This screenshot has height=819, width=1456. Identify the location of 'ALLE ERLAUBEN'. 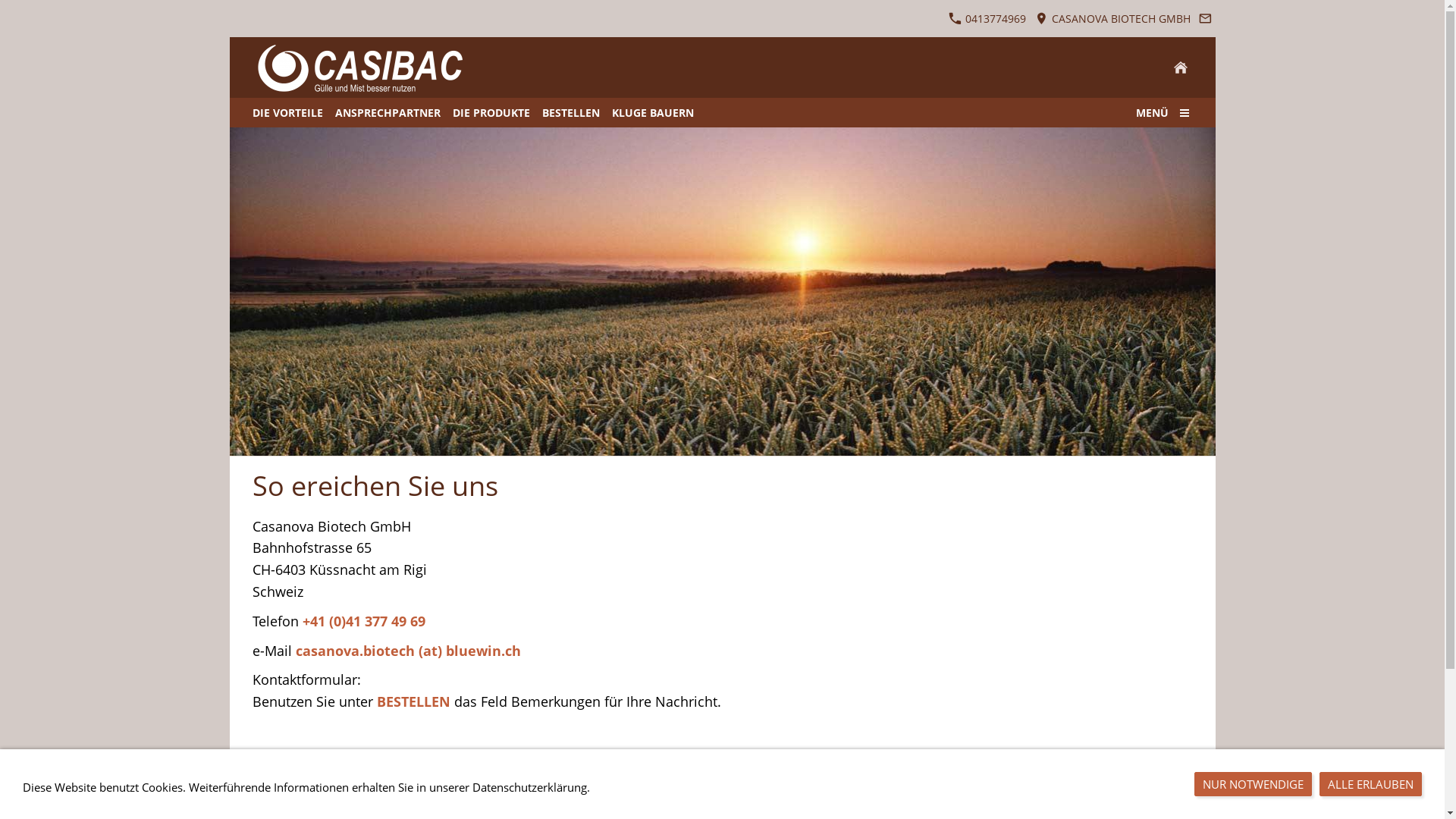
(1370, 783).